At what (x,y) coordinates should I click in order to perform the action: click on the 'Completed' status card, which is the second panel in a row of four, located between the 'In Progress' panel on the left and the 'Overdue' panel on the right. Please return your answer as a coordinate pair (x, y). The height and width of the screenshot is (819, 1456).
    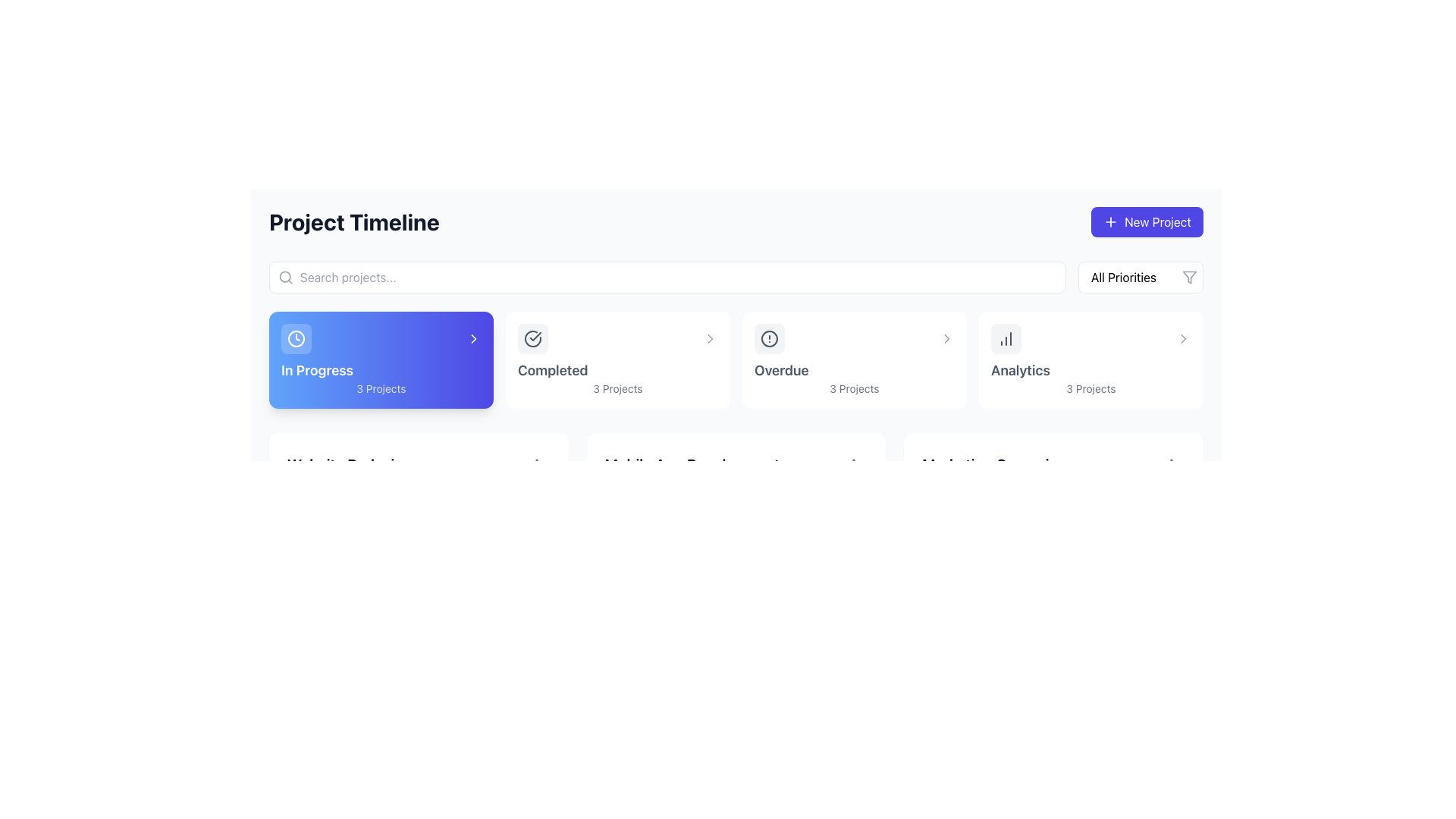
    Looking at the image, I should click on (618, 359).